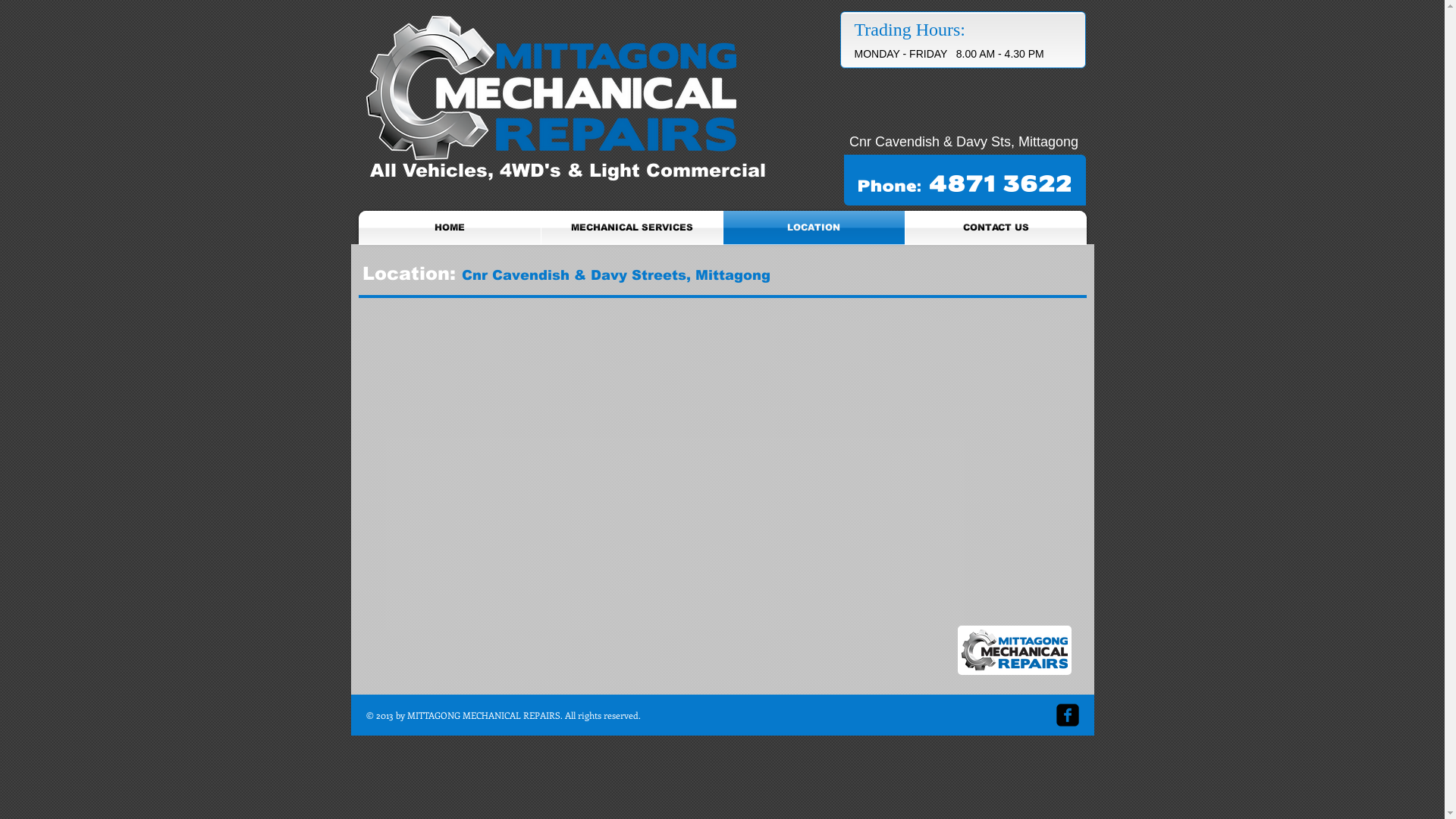  I want to click on 'LOCATION', so click(813, 227).